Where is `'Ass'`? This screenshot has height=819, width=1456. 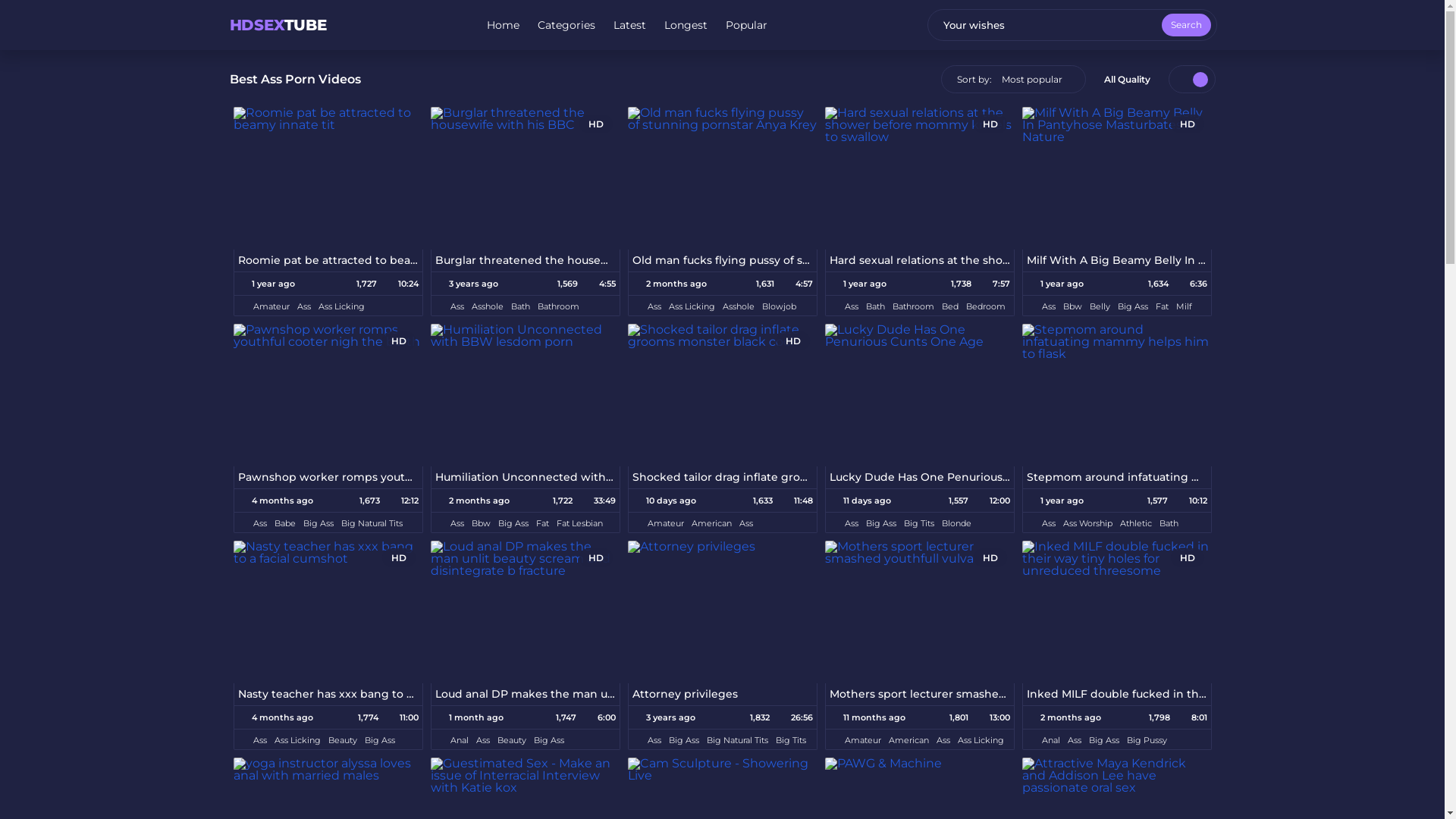
'Ass' is located at coordinates (259, 739).